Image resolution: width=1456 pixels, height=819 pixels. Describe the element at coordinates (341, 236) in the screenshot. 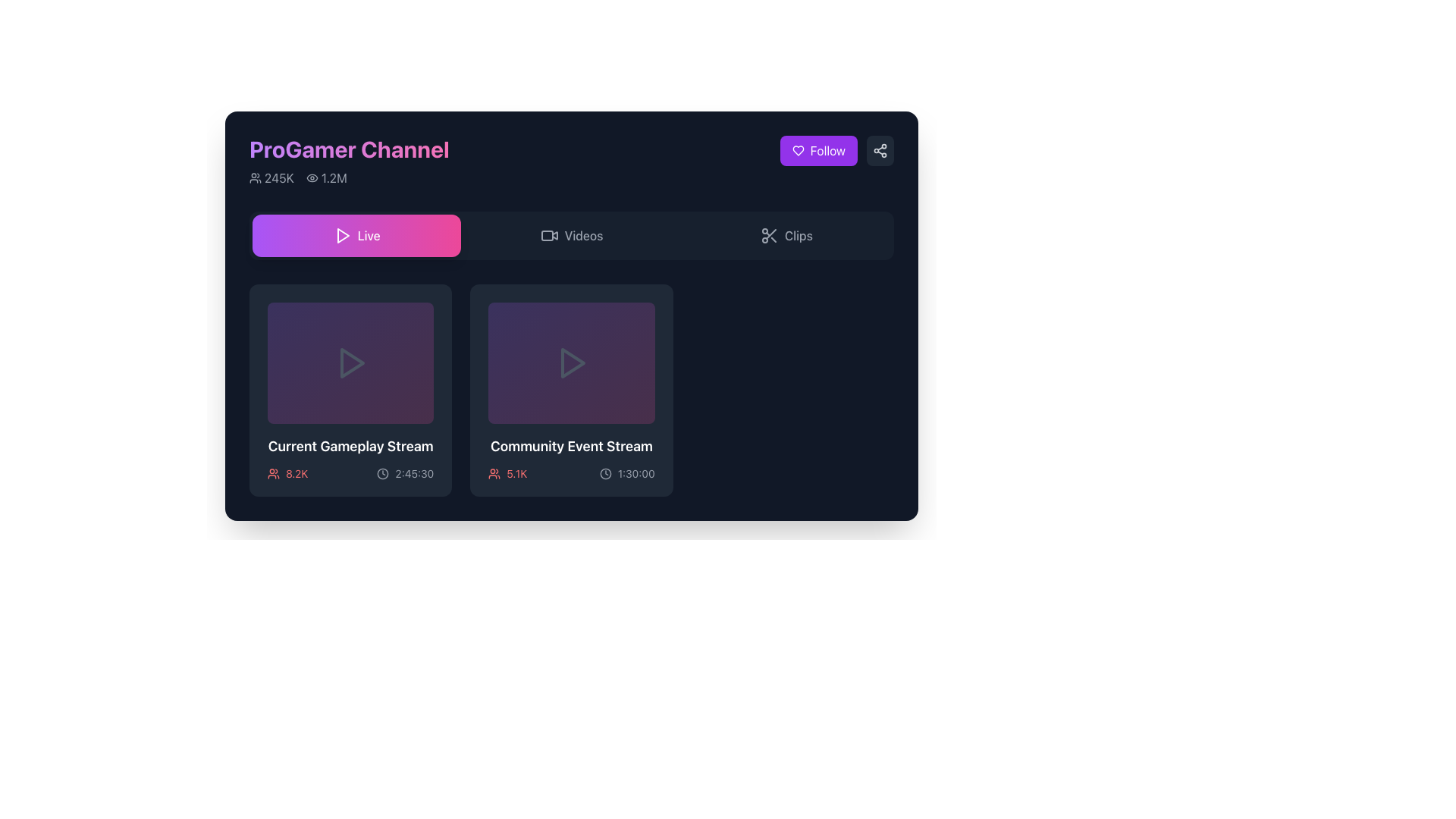

I see `the decorative icon indicating that the associated button is to initiate or display live content, which is located inside the 'Live' button in the second row of the interface` at that location.